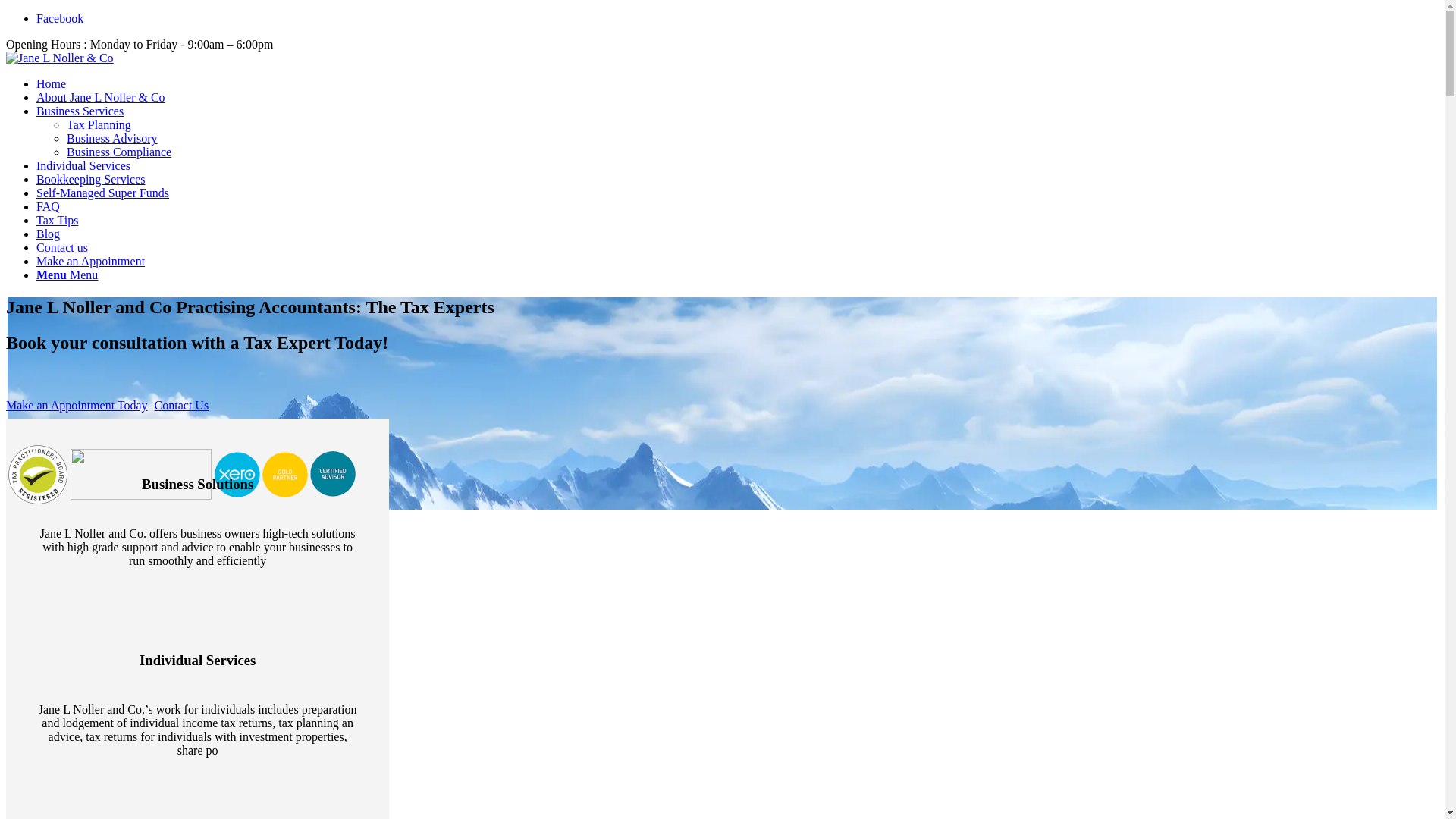 This screenshot has width=1456, height=819. What do you see at coordinates (102, 192) in the screenshot?
I see `'Self-Managed Super Funds'` at bounding box center [102, 192].